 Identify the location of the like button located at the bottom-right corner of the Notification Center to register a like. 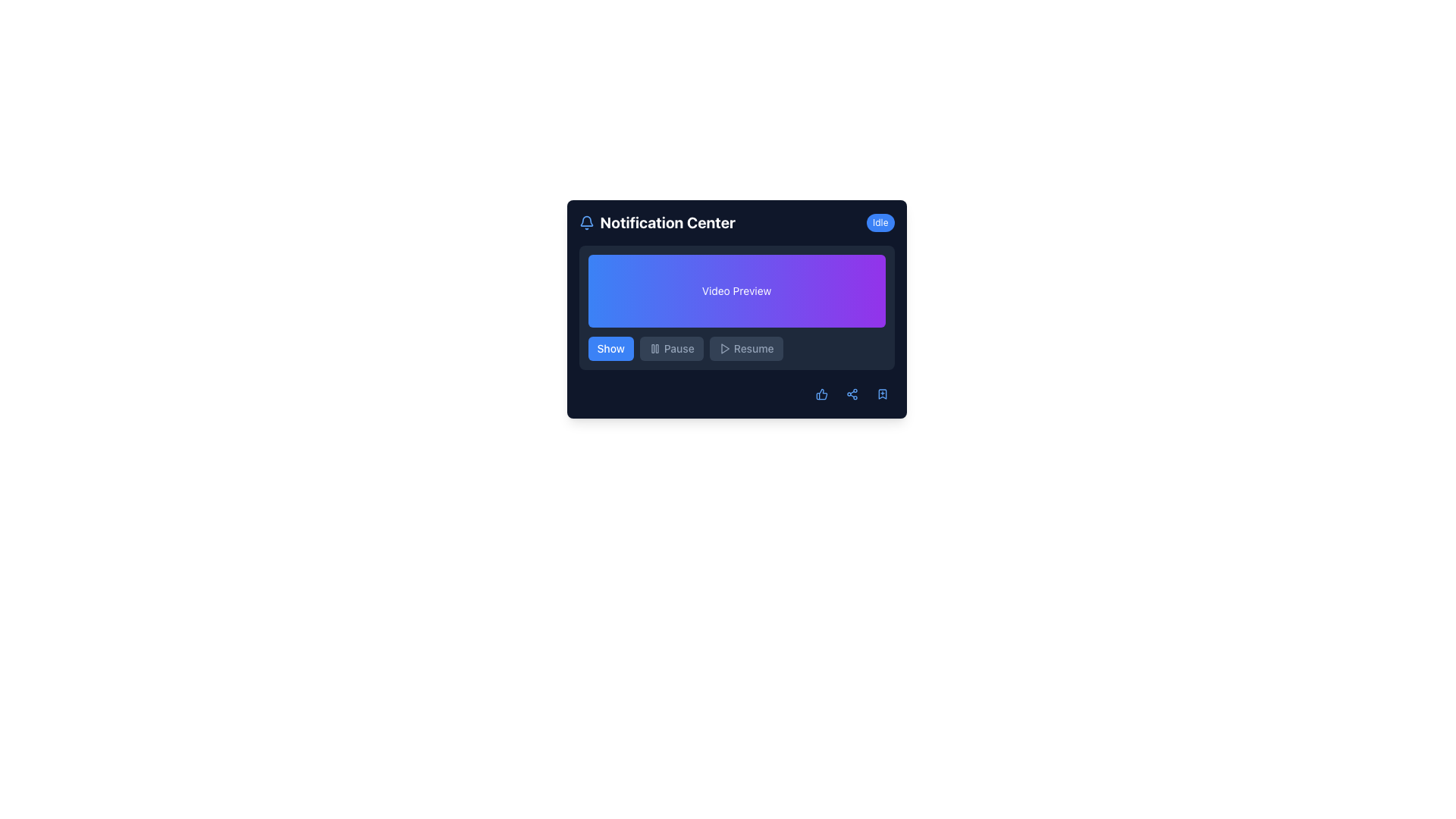
(821, 394).